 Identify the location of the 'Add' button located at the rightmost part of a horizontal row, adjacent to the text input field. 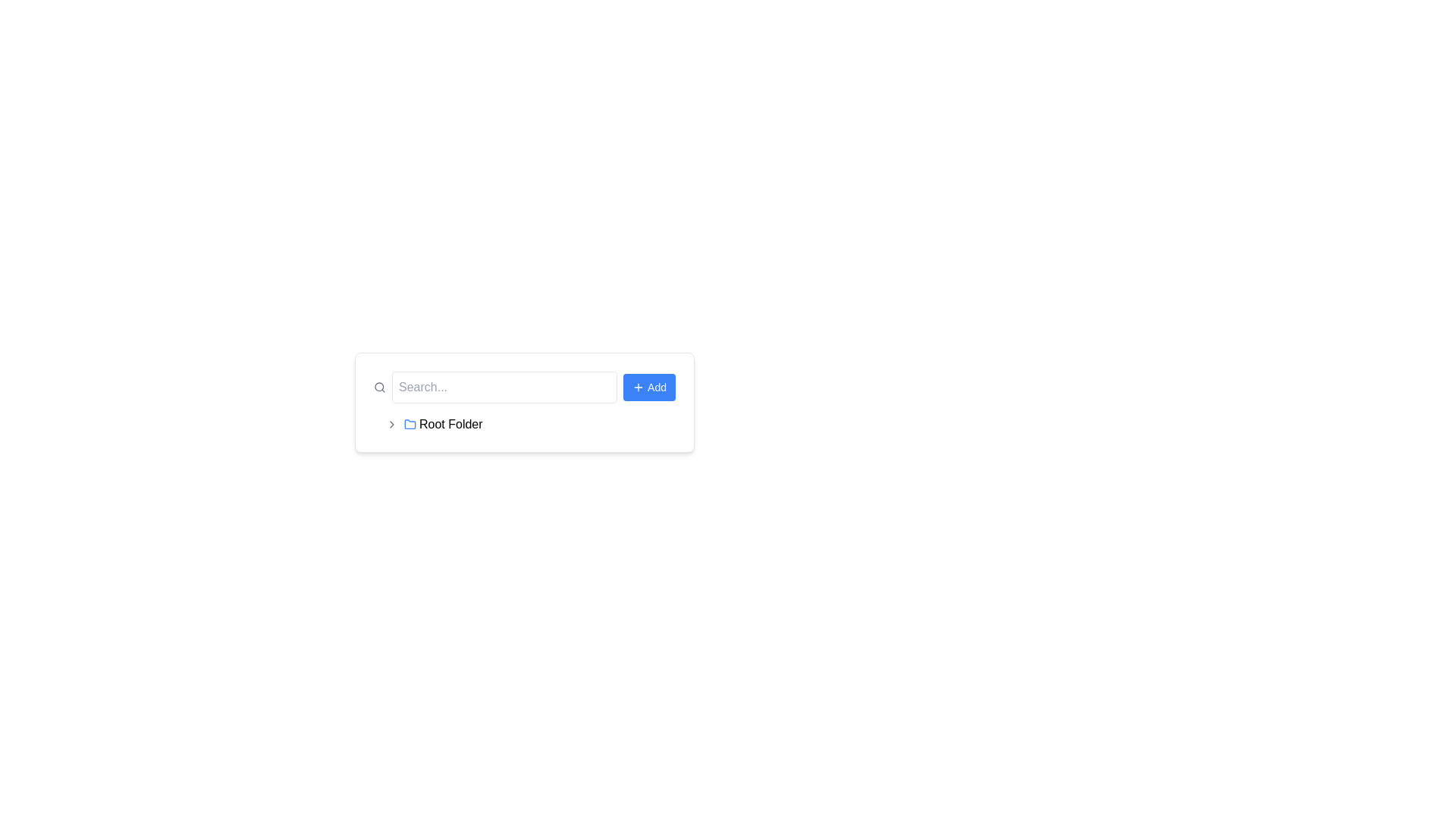
(649, 386).